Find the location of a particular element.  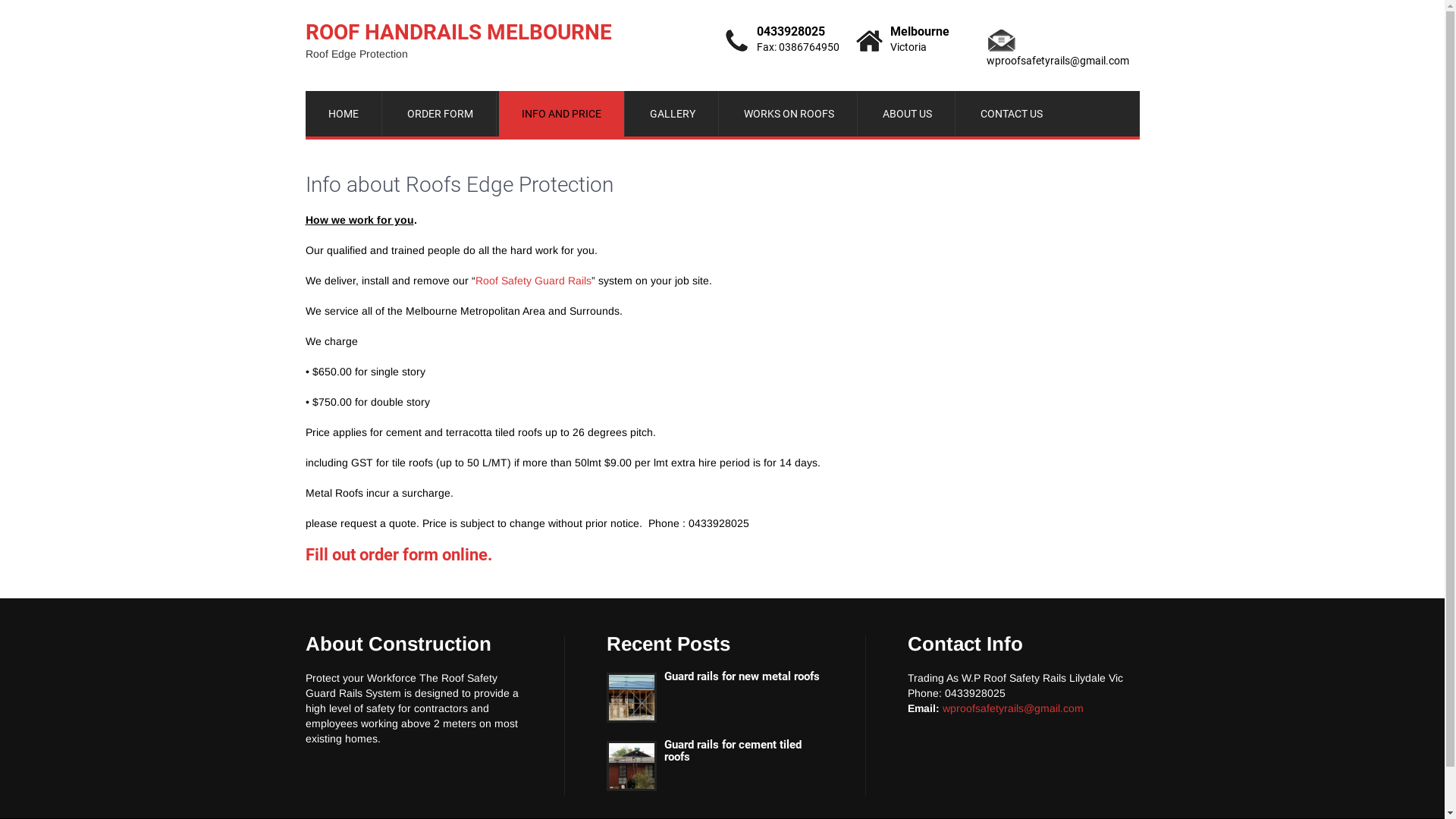

'ABOUT US' is located at coordinates (907, 113).